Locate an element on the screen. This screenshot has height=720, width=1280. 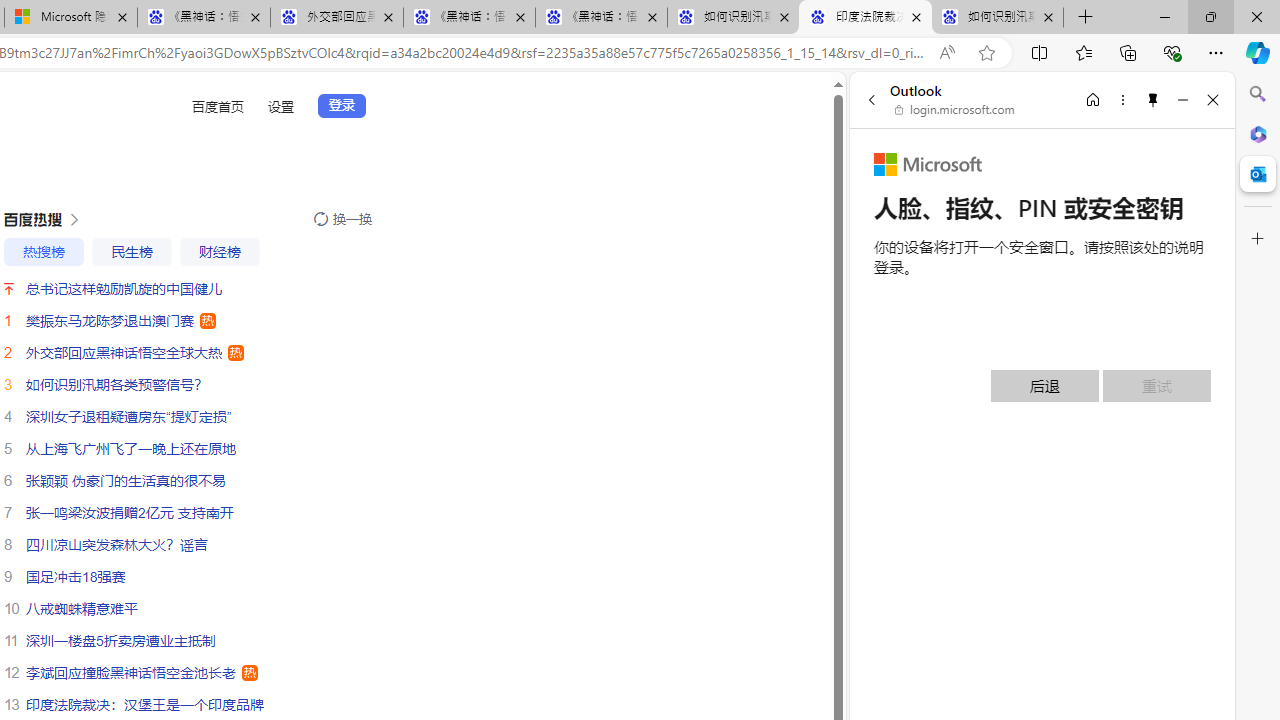
'login.microsoft.com' is located at coordinates (954, 110).